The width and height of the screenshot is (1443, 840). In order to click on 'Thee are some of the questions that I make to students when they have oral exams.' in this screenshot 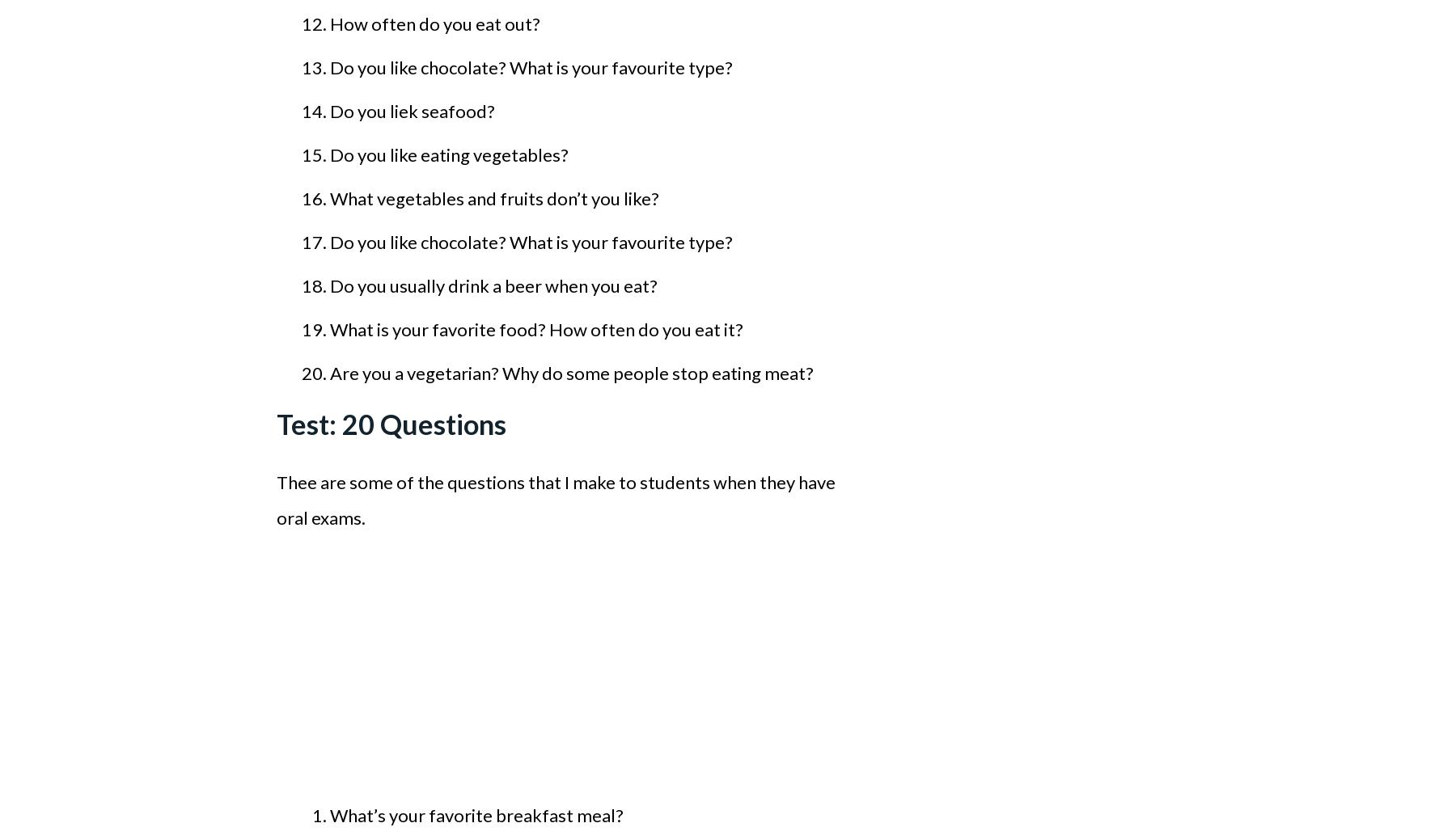, I will do `click(275, 500)`.